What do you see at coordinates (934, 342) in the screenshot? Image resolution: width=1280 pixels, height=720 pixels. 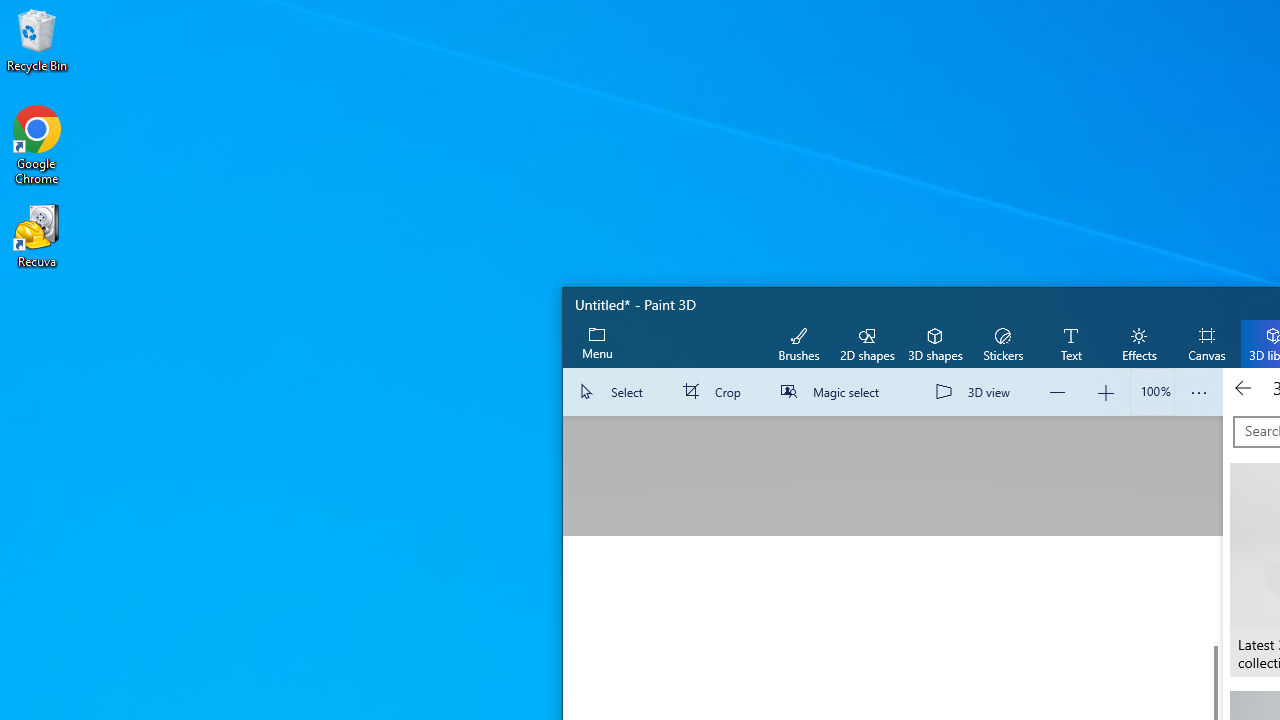 I see `'3D shapes'` at bounding box center [934, 342].